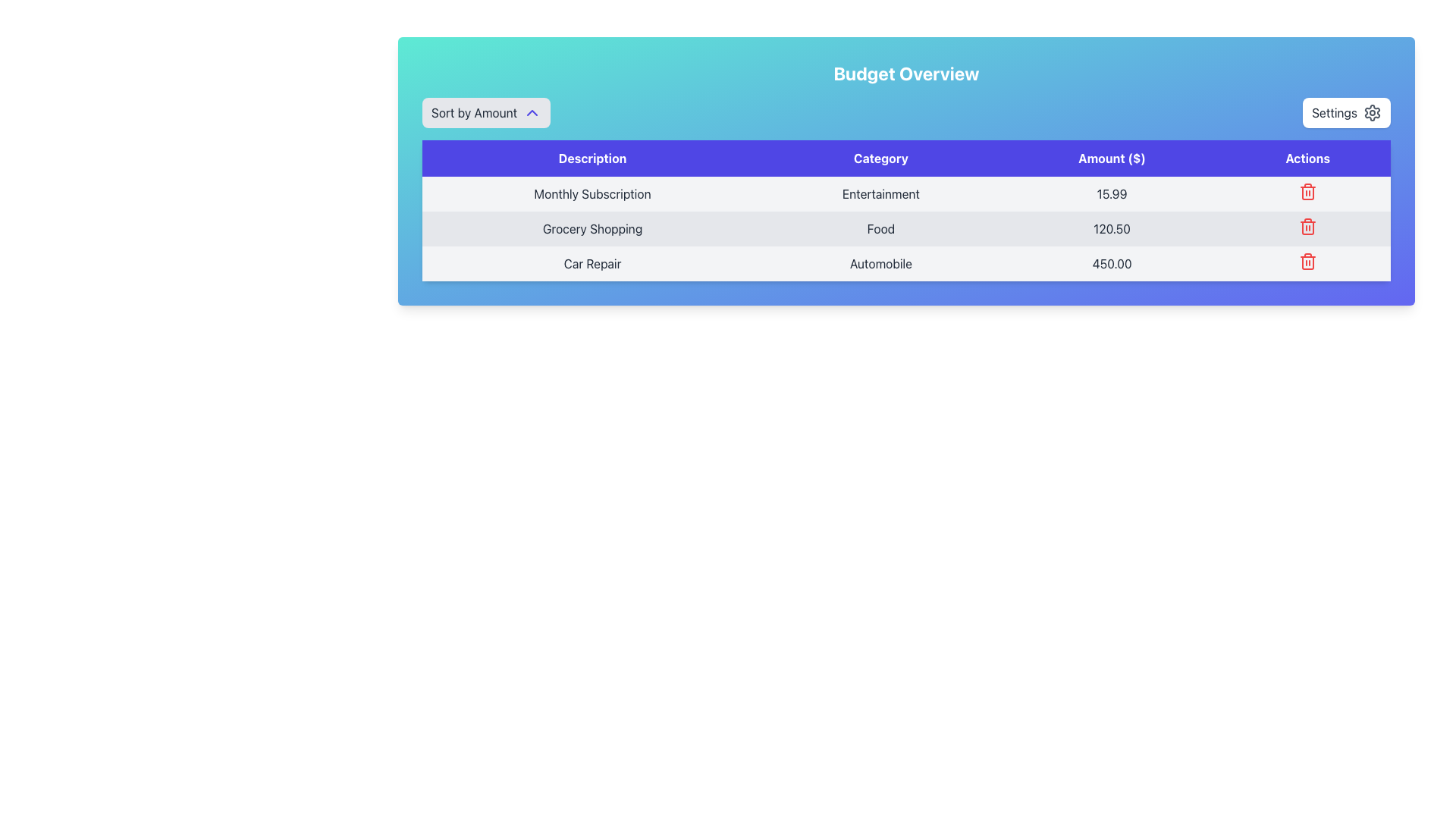  I want to click on text label in the second row under the 'Description' column, which identifies the type of expenditure or task, so click(591, 228).